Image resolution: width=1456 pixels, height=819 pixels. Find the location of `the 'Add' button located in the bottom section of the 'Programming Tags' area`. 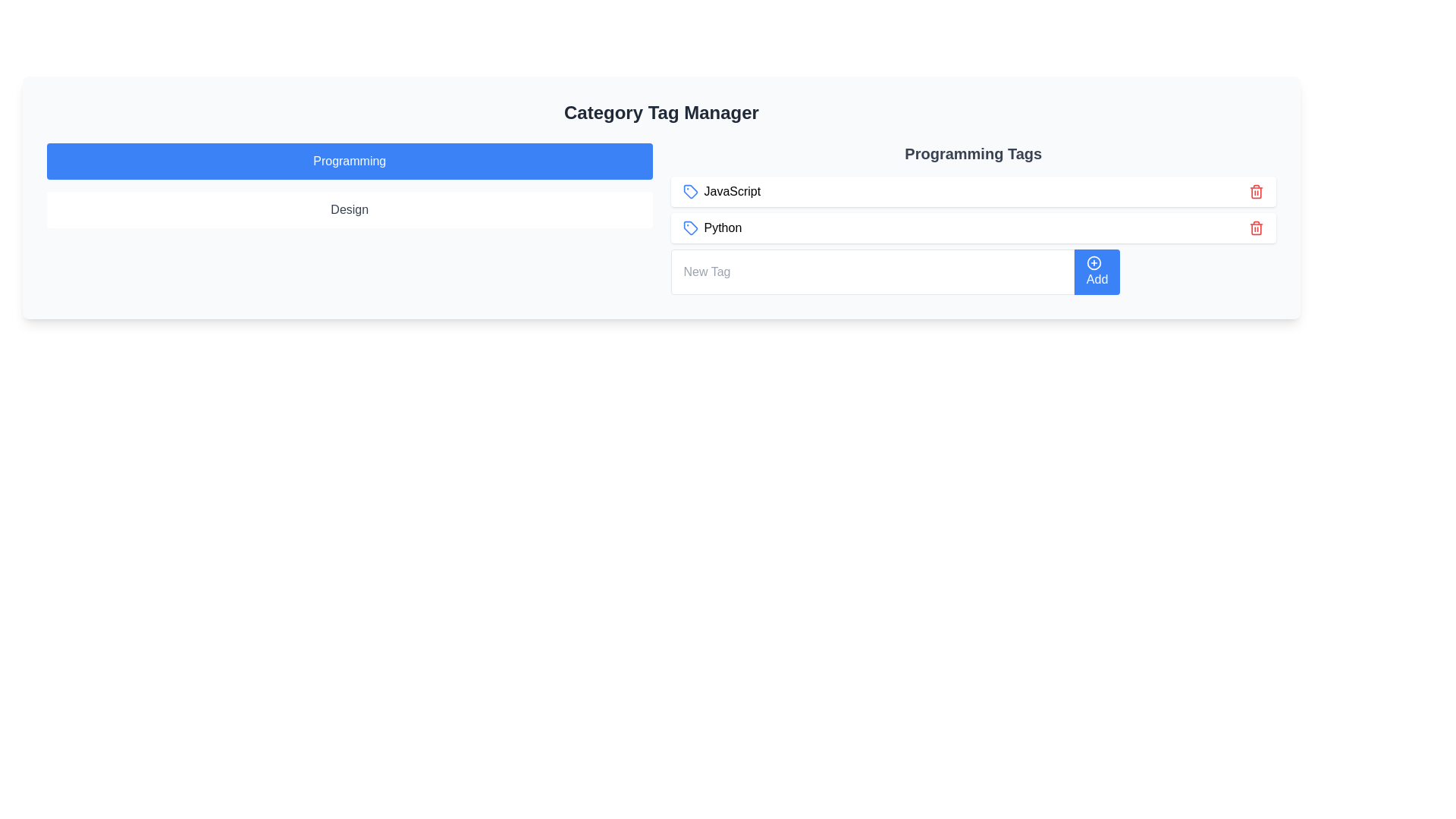

the 'Add' button located in the bottom section of the 'Programming Tags' area is located at coordinates (973, 271).